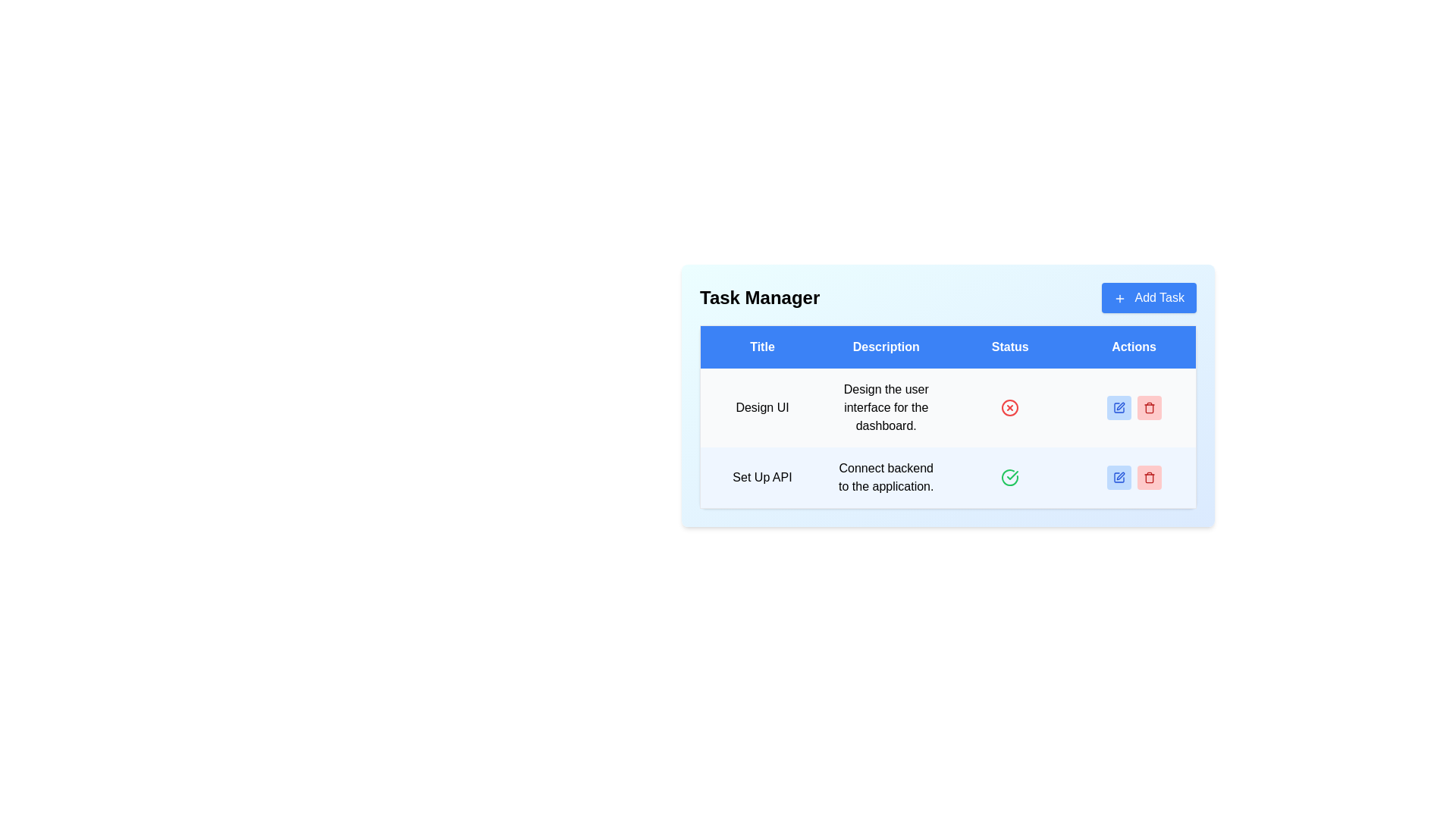  What do you see at coordinates (1120, 475) in the screenshot?
I see `the edit icon button located in the Actions column of the second row in the table to allow the user` at bounding box center [1120, 475].